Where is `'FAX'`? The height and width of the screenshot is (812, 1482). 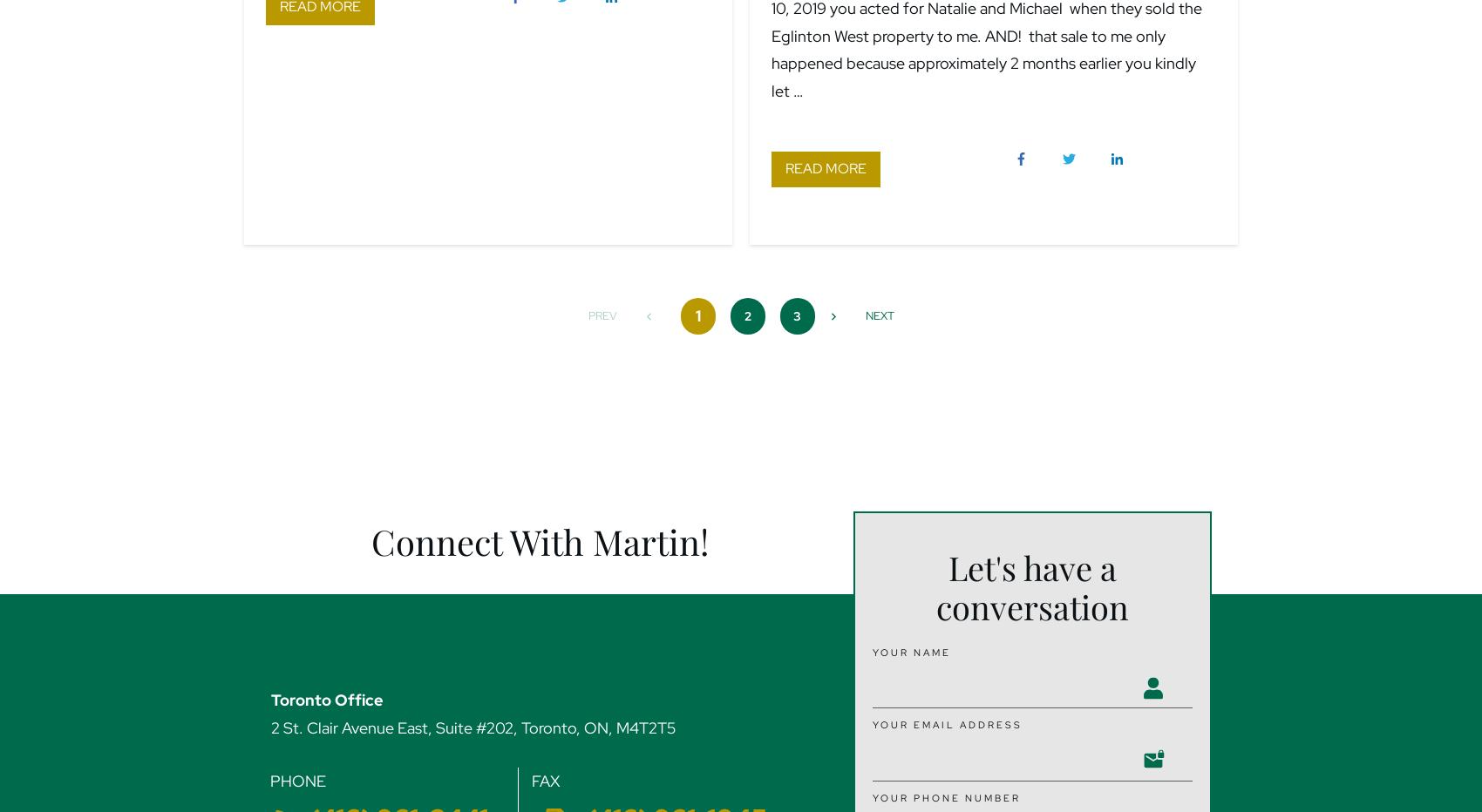 'FAX' is located at coordinates (543, 781).